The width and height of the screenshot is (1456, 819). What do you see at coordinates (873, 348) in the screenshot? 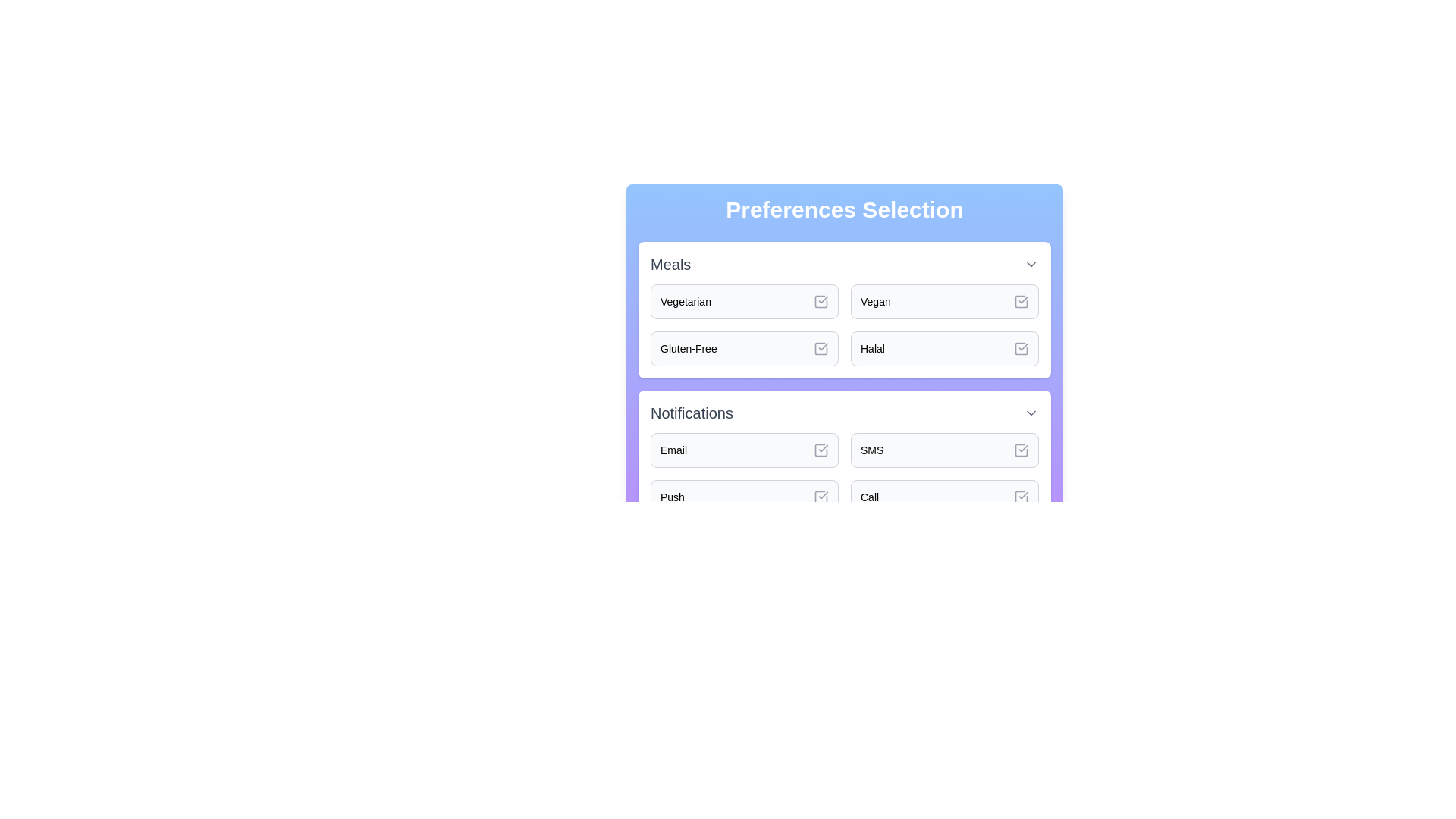
I see `the label displaying 'Halal' located in the bottom-right quadrant of the 'Meals' section within the 'Preferences Selection' interface` at bounding box center [873, 348].